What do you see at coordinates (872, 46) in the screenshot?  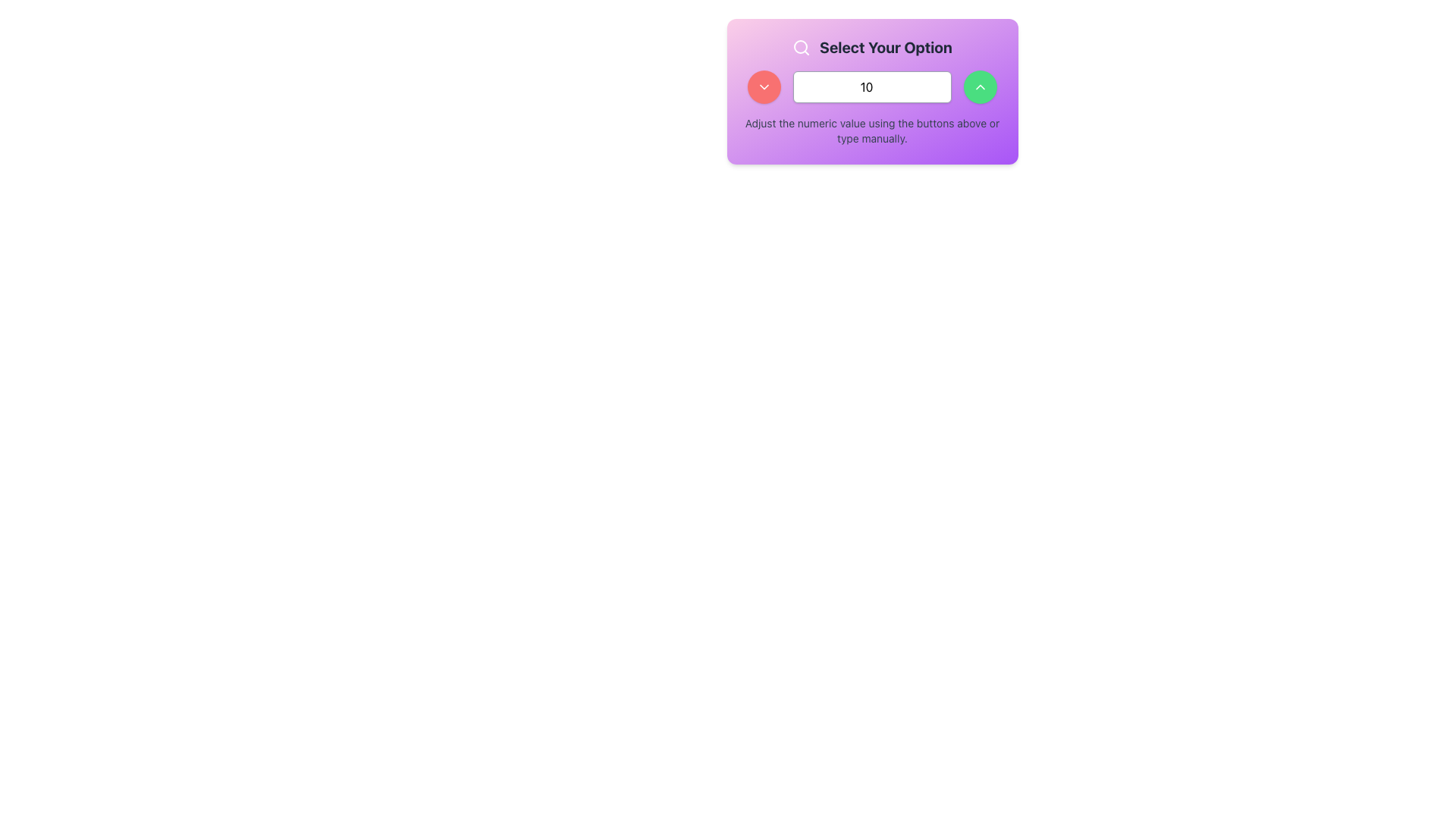 I see `the text label that reads 'Select Your Option', which is a bold header displayed prominently at the top of a card with a colorful gradient background` at bounding box center [872, 46].